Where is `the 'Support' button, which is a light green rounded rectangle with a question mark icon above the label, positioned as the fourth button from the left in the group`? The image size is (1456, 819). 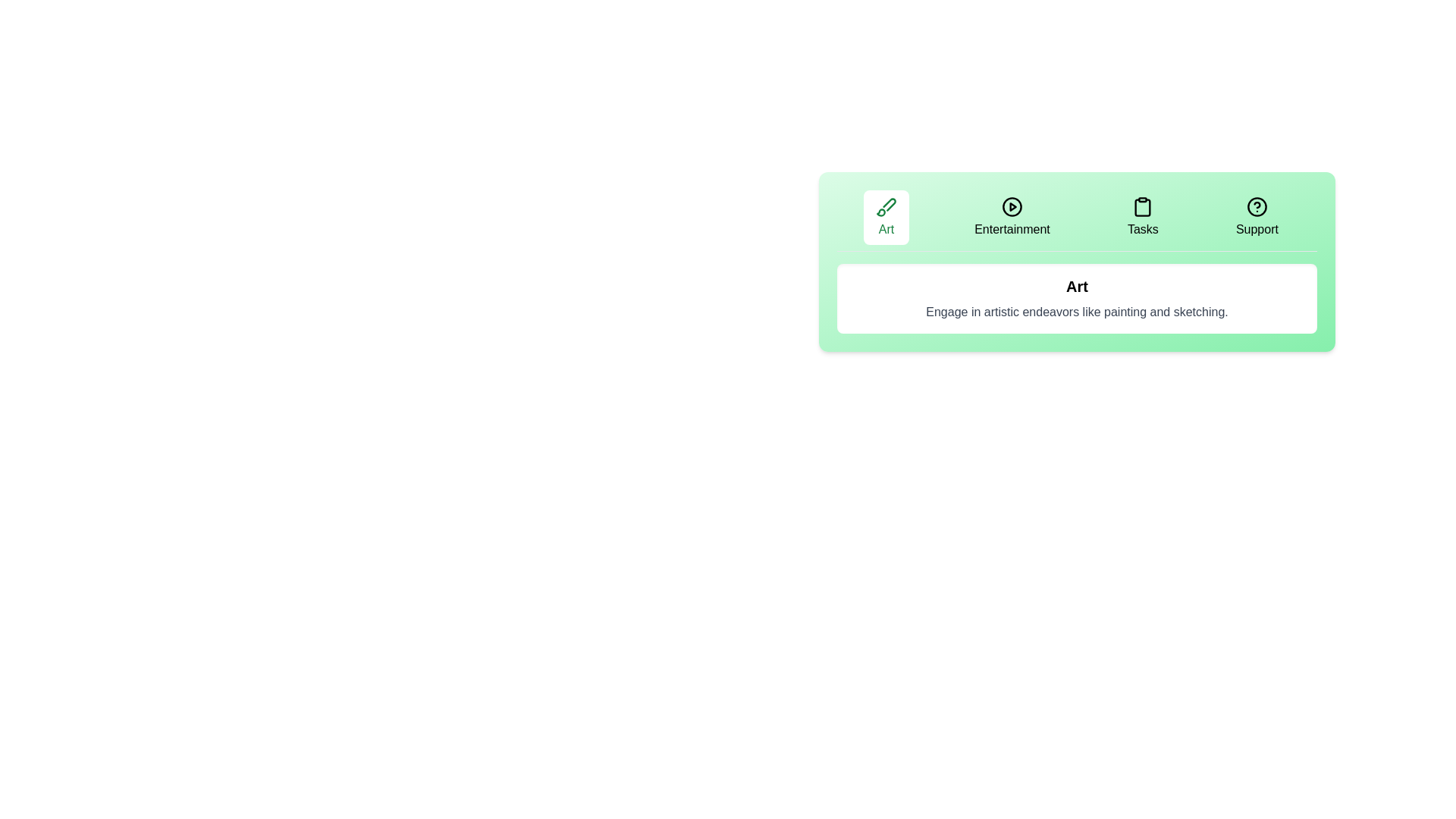
the 'Support' button, which is a light green rounded rectangle with a question mark icon above the label, positioned as the fourth button from the left in the group is located at coordinates (1257, 217).